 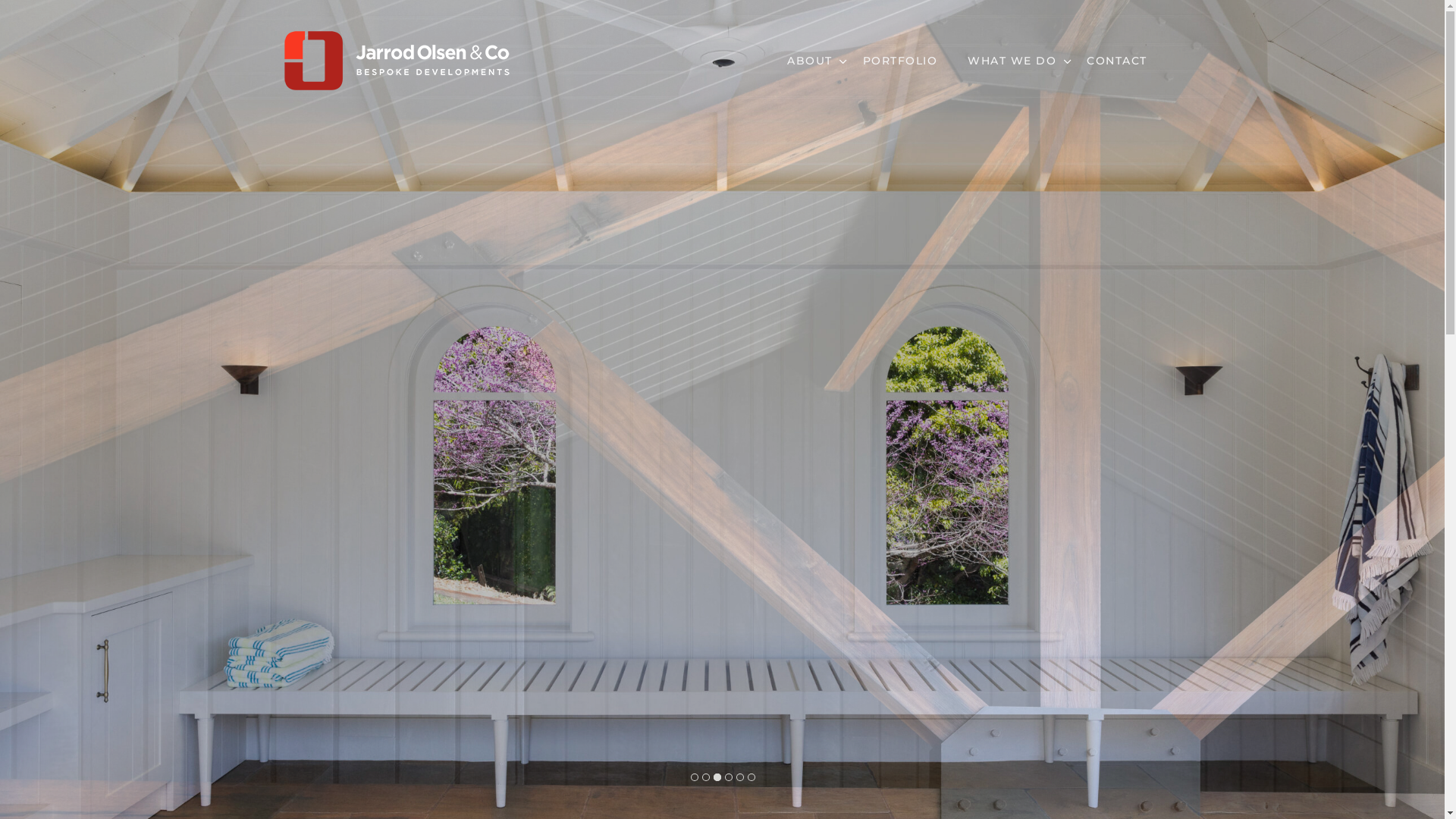 I want to click on 'PORTFOLIO', so click(x=900, y=60).